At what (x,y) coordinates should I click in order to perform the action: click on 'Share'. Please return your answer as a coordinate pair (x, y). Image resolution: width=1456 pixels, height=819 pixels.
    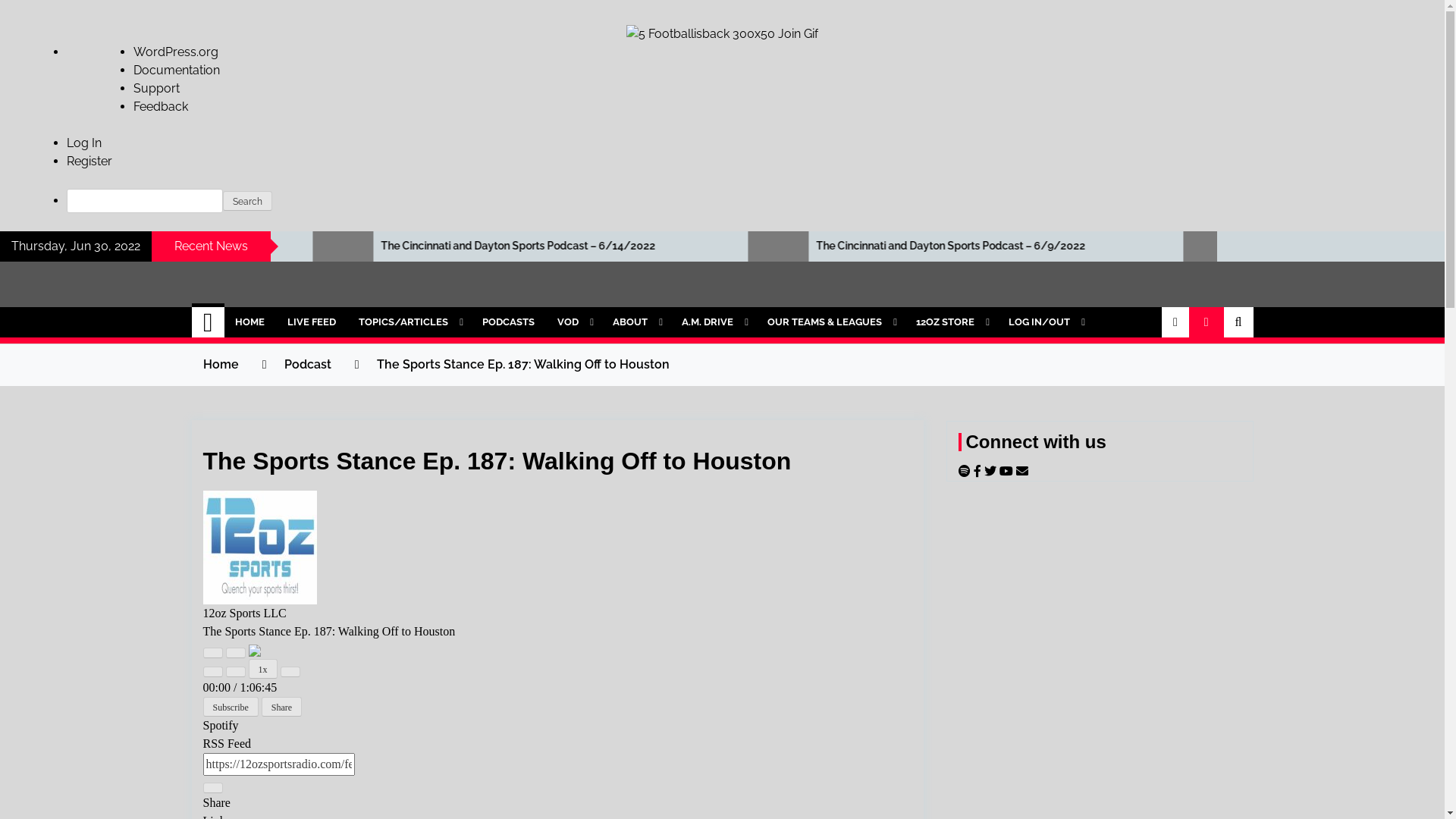
    Looking at the image, I should click on (281, 707).